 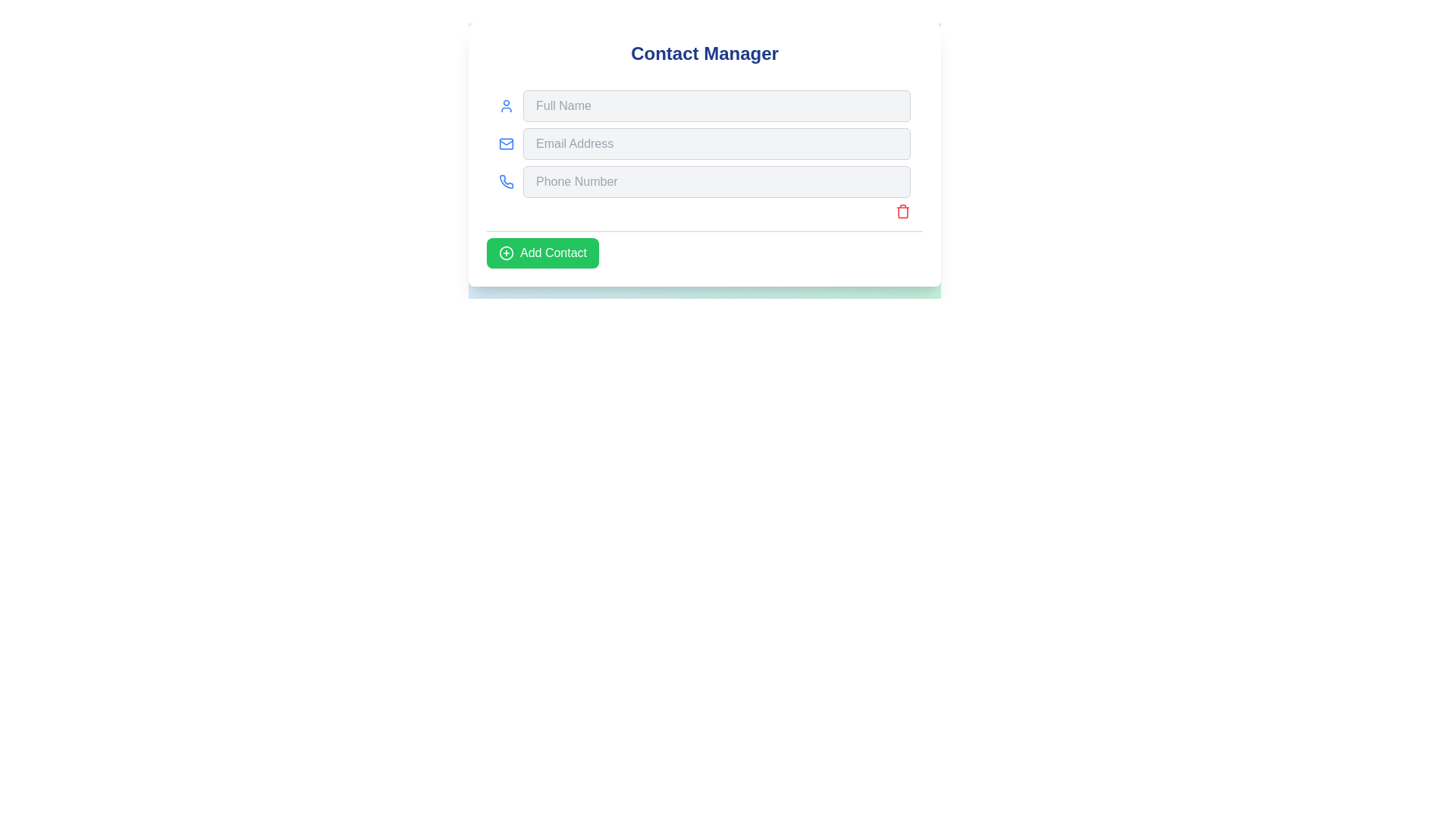 What do you see at coordinates (506, 143) in the screenshot?
I see `the envelope icon with a blue outline, symbolizing email, located to the left of the Email Address input field in the Contact Manager form` at bounding box center [506, 143].